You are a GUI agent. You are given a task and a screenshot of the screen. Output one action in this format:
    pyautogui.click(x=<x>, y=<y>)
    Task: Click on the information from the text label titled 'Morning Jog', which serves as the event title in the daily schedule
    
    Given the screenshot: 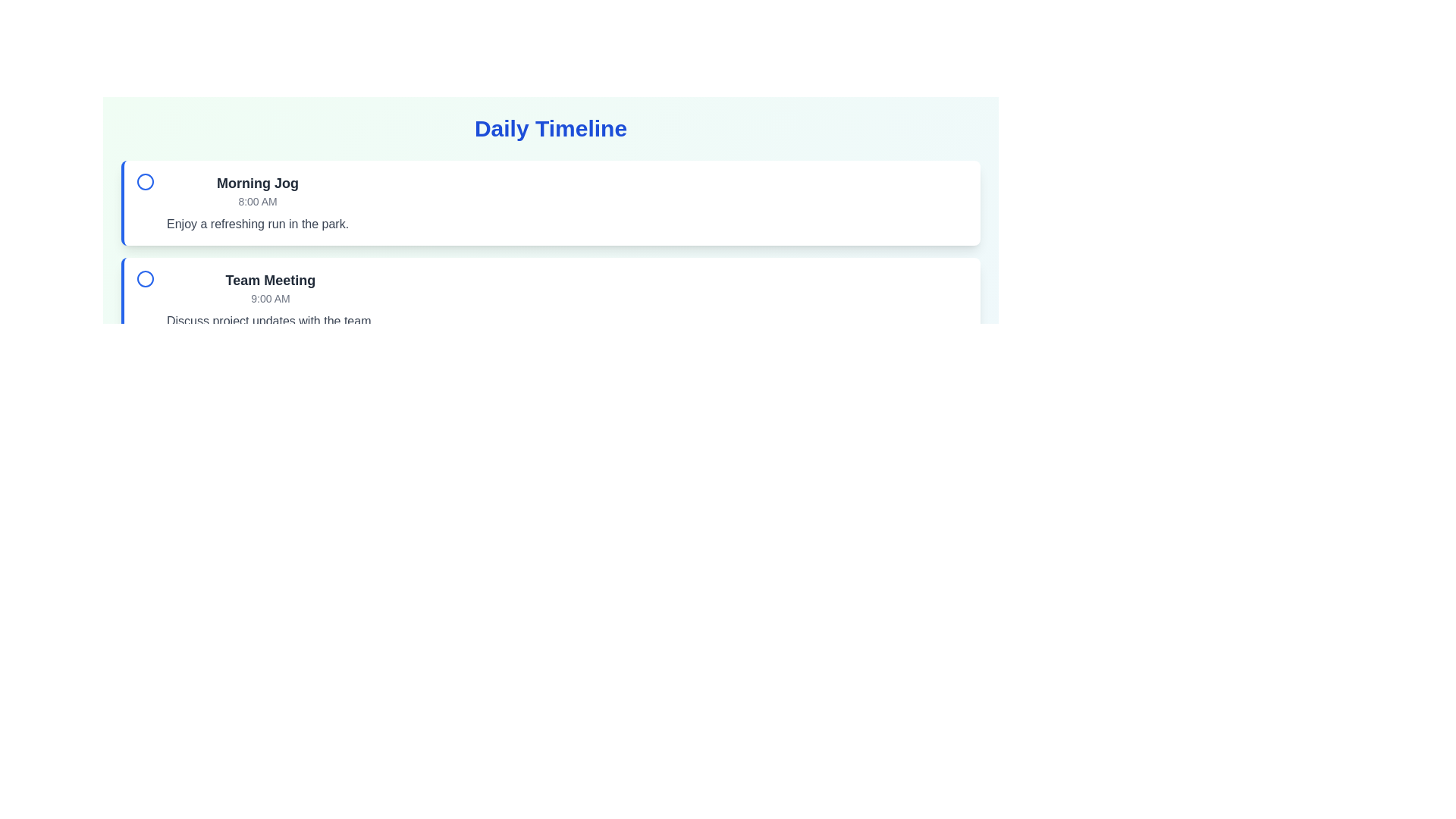 What is the action you would take?
    pyautogui.click(x=258, y=183)
    